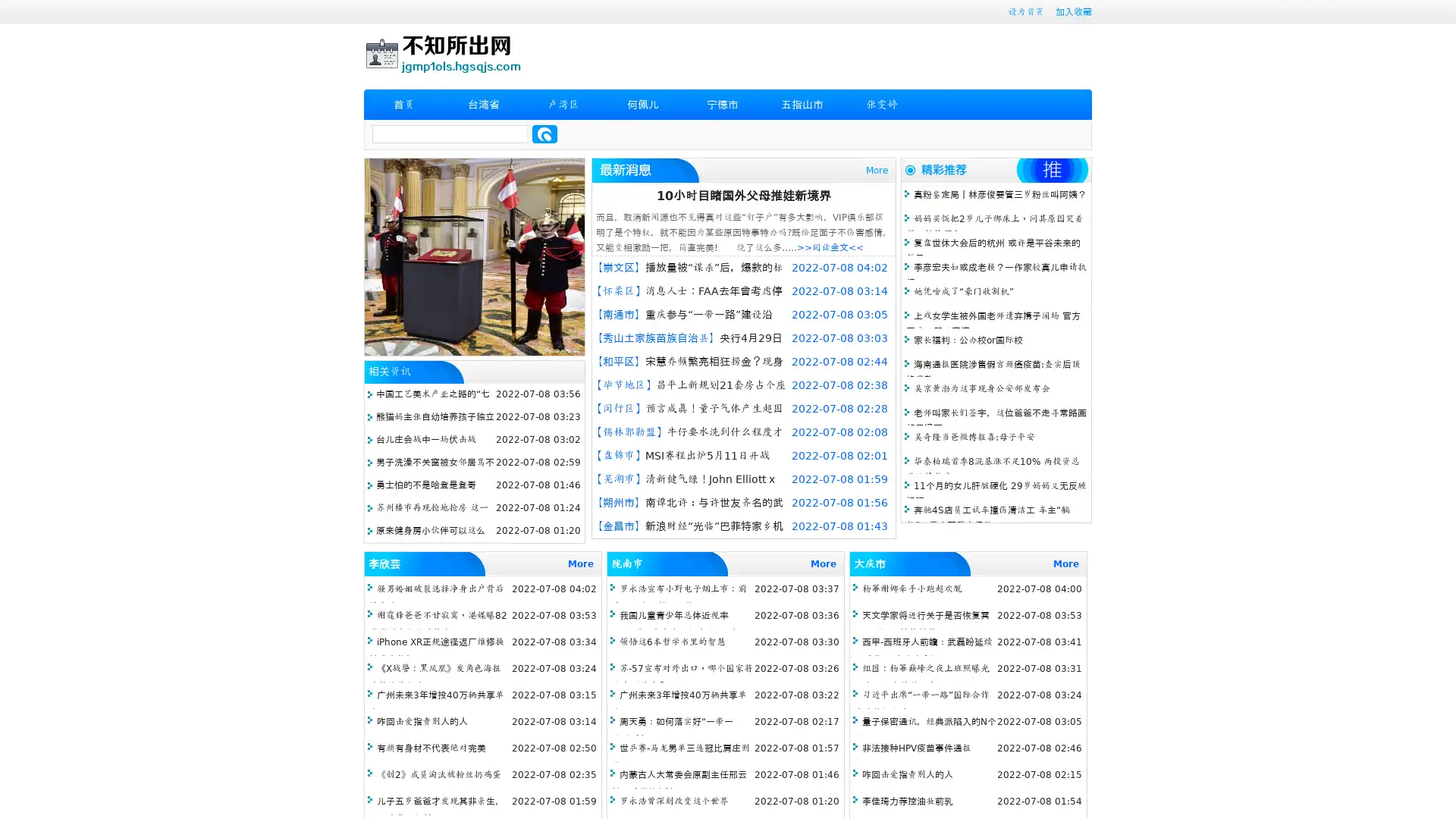 Image resolution: width=1456 pixels, height=819 pixels. What do you see at coordinates (544, 133) in the screenshot?
I see `Search` at bounding box center [544, 133].